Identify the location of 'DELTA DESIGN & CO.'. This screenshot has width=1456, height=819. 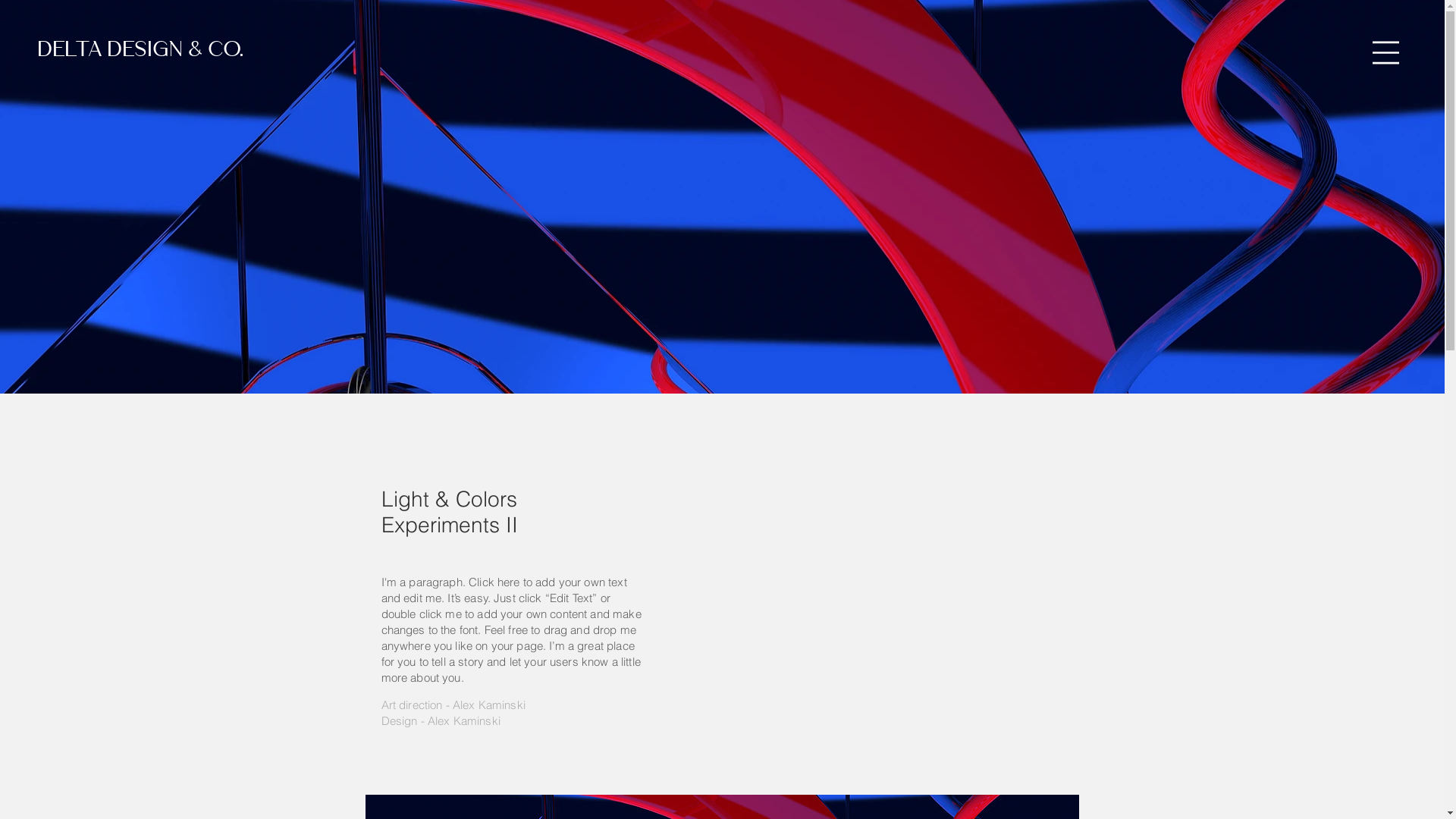
(140, 50).